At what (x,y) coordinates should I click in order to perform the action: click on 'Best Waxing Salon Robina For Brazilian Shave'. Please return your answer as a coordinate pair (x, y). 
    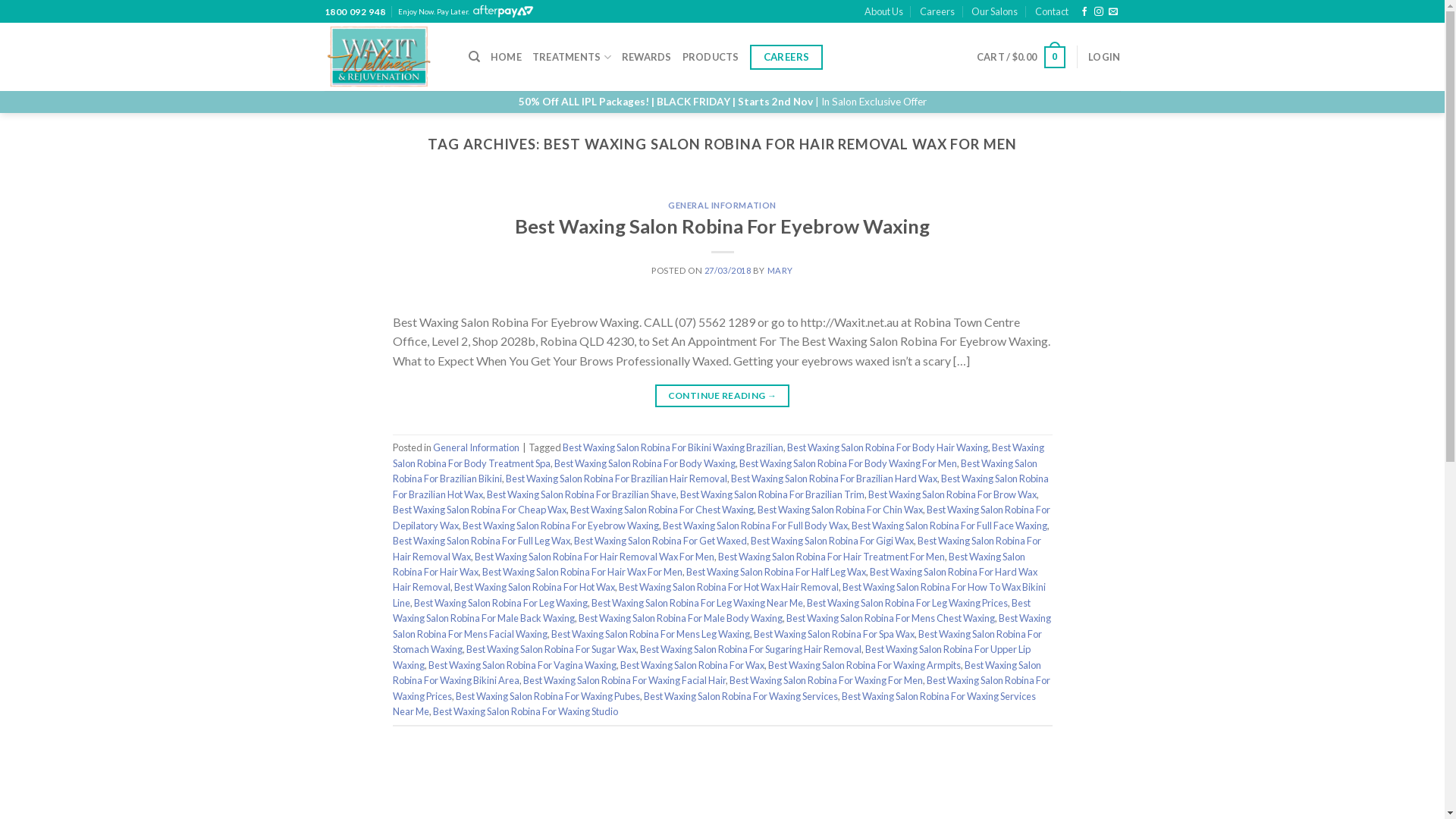
    Looking at the image, I should click on (581, 494).